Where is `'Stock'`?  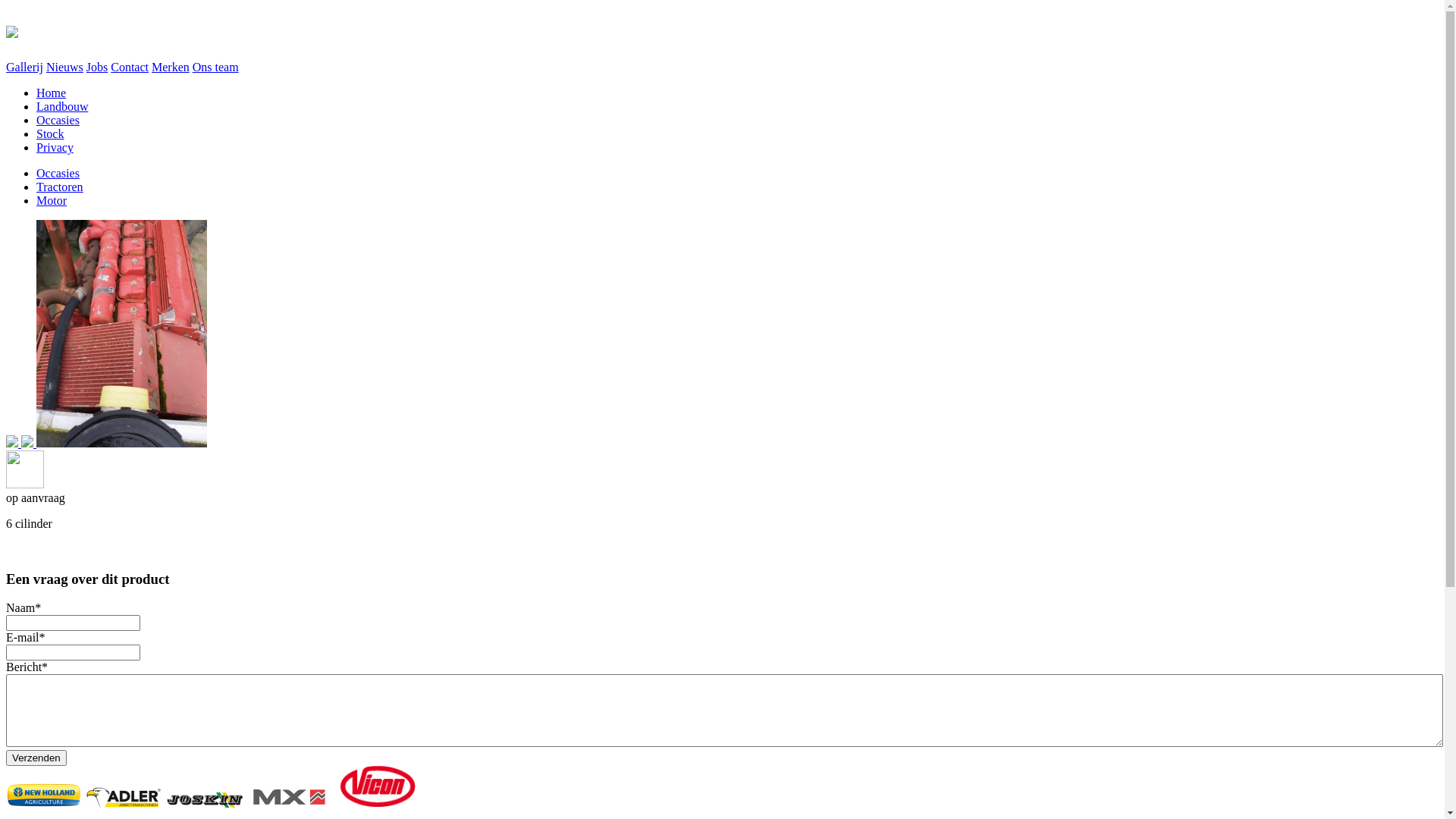
'Stock' is located at coordinates (50, 133).